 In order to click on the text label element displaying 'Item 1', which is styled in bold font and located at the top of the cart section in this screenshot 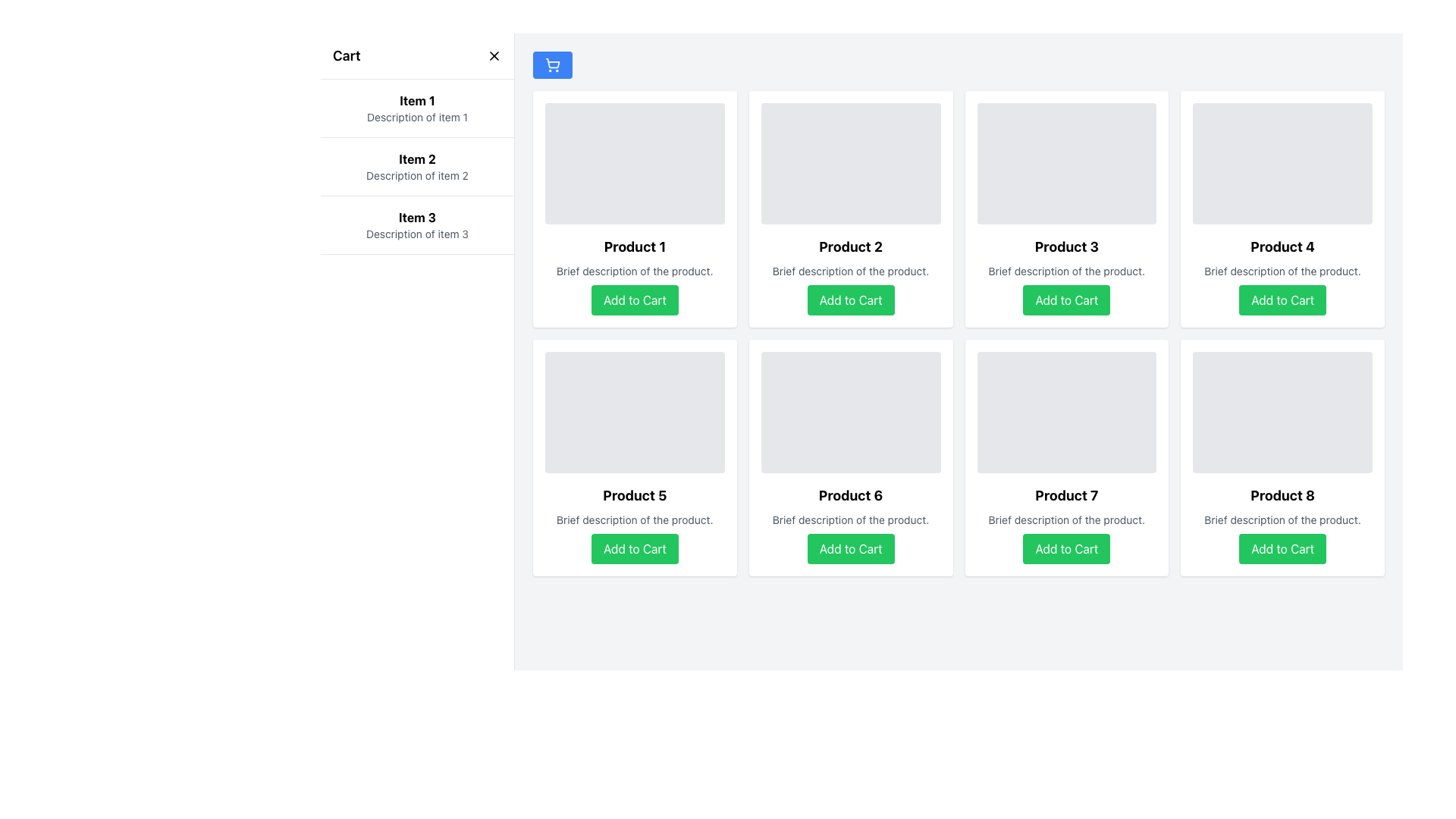, I will do `click(417, 100)`.